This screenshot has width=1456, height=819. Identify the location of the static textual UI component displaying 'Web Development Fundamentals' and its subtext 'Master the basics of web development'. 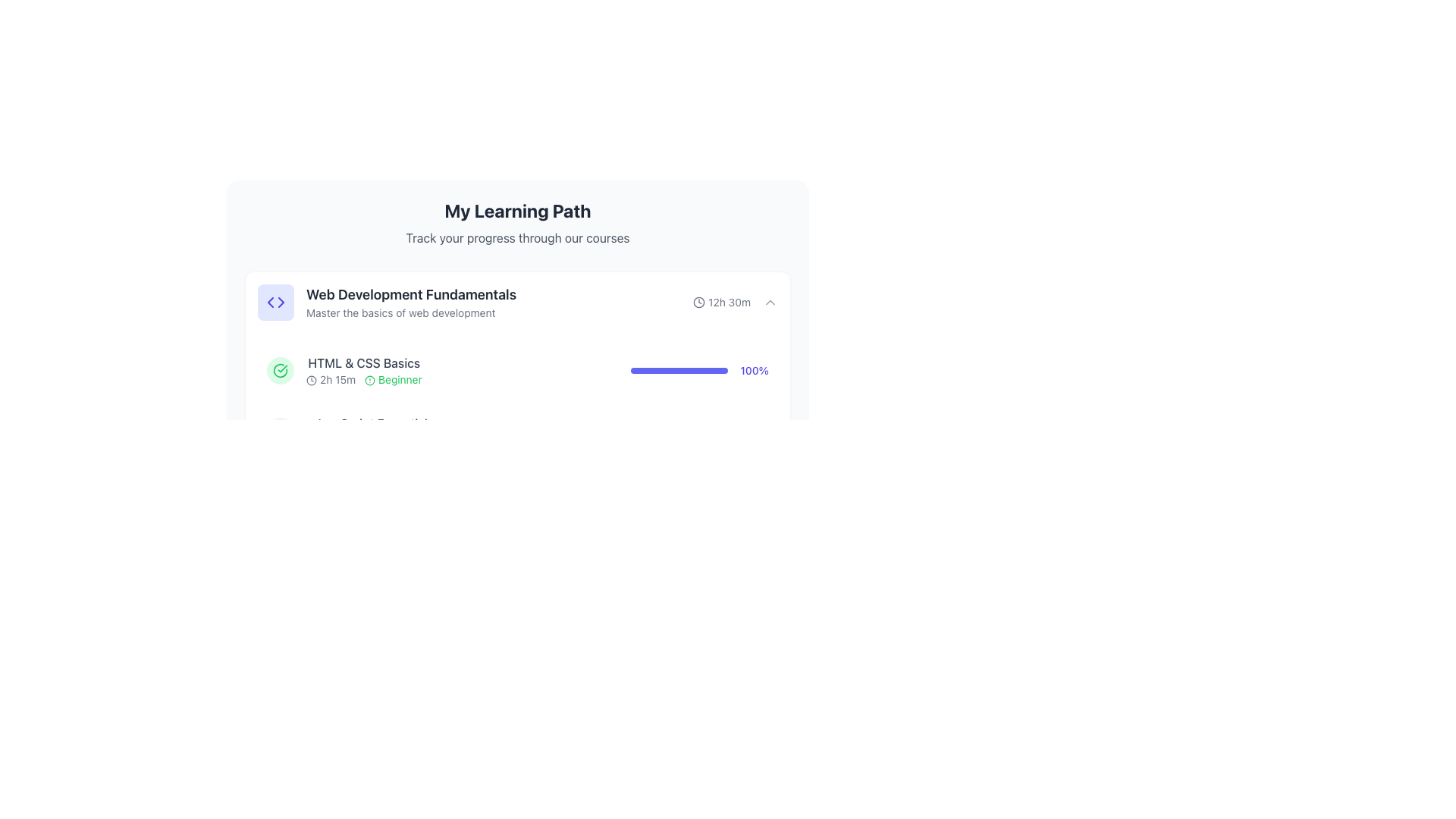
(387, 302).